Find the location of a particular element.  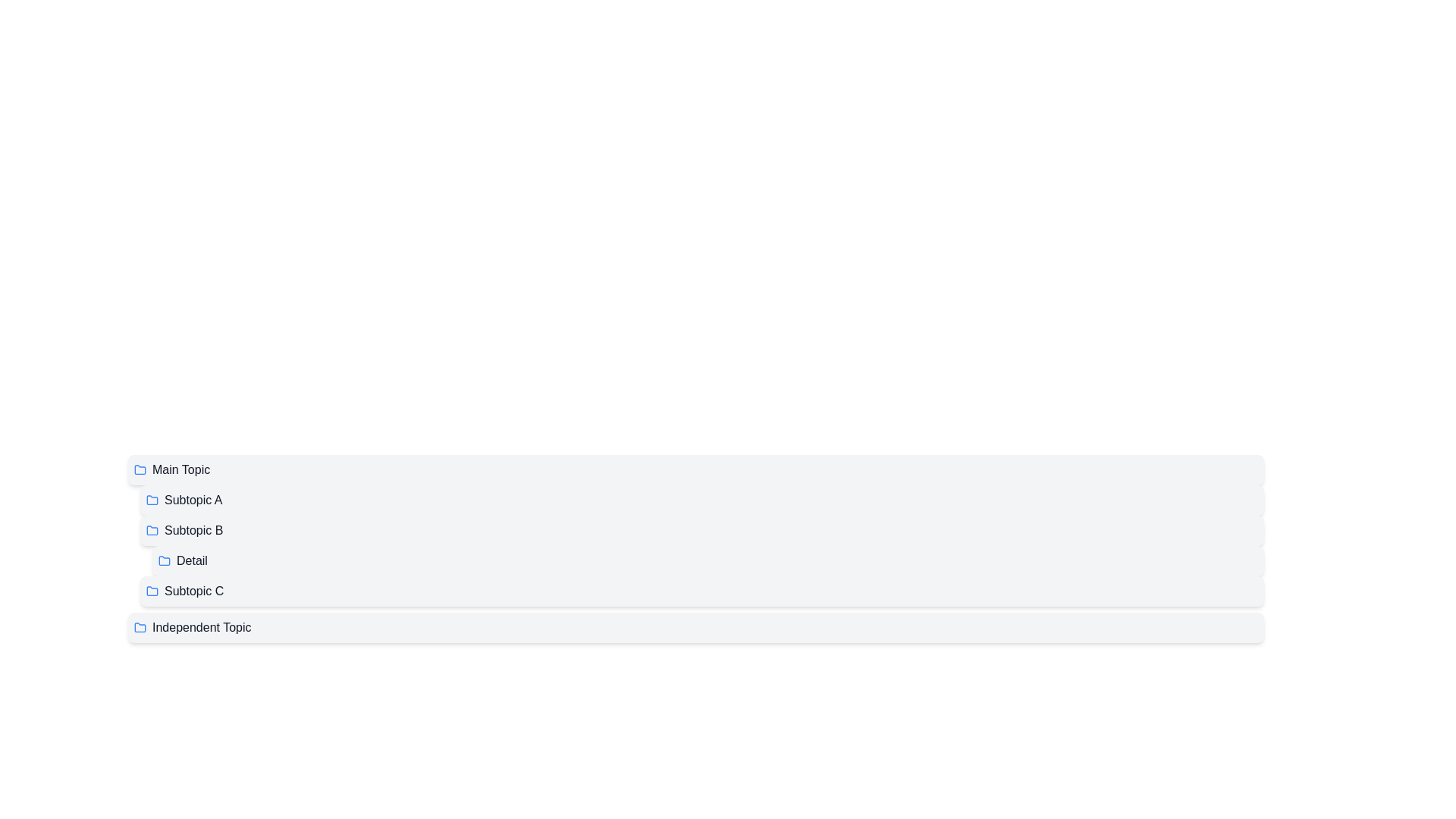

the text label reading 'Independent Topic' is located at coordinates (201, 628).